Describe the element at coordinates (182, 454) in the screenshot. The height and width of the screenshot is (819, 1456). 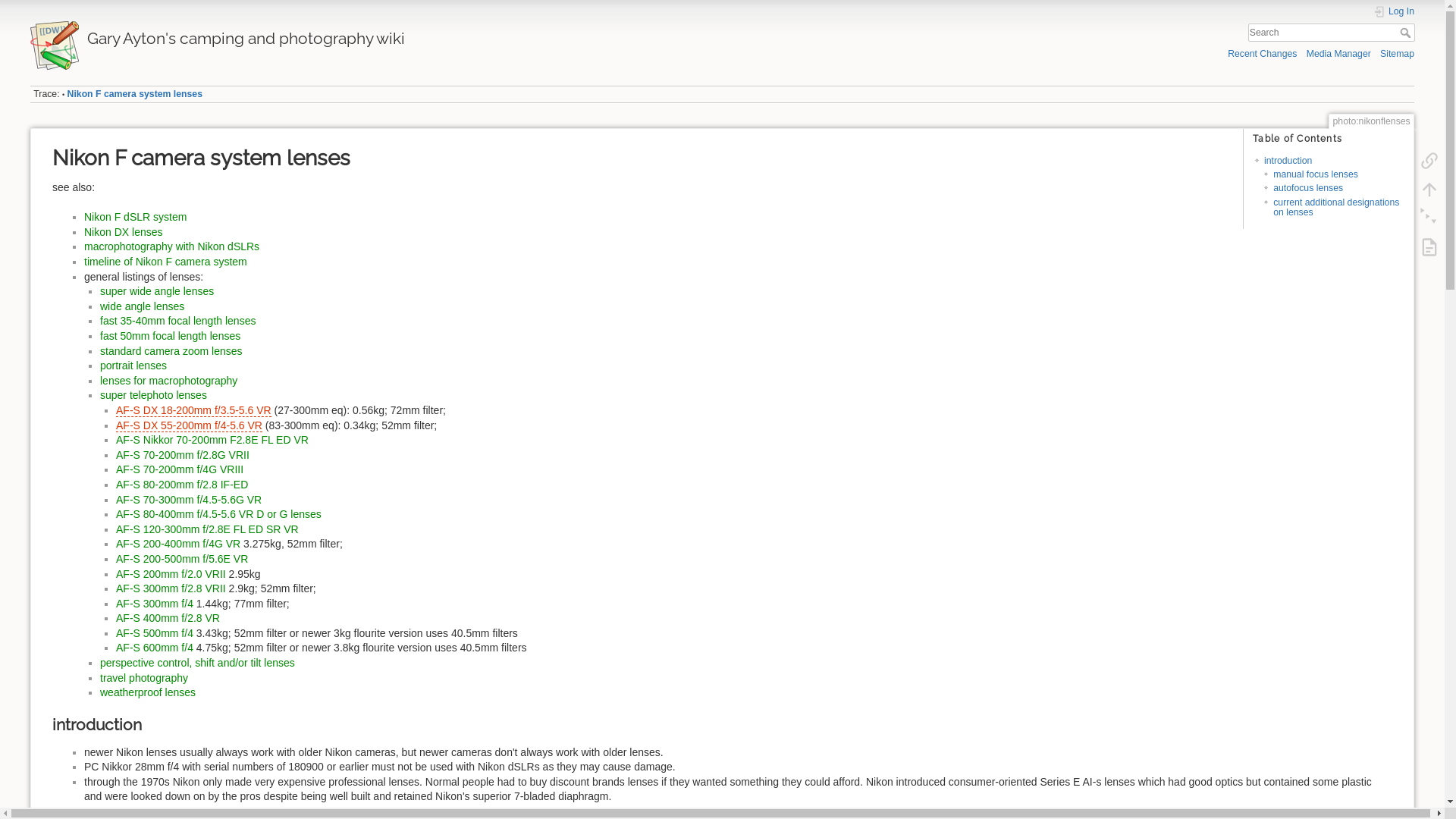
I see `'AF-S 70-200mm f/2.8G VRII'` at that location.